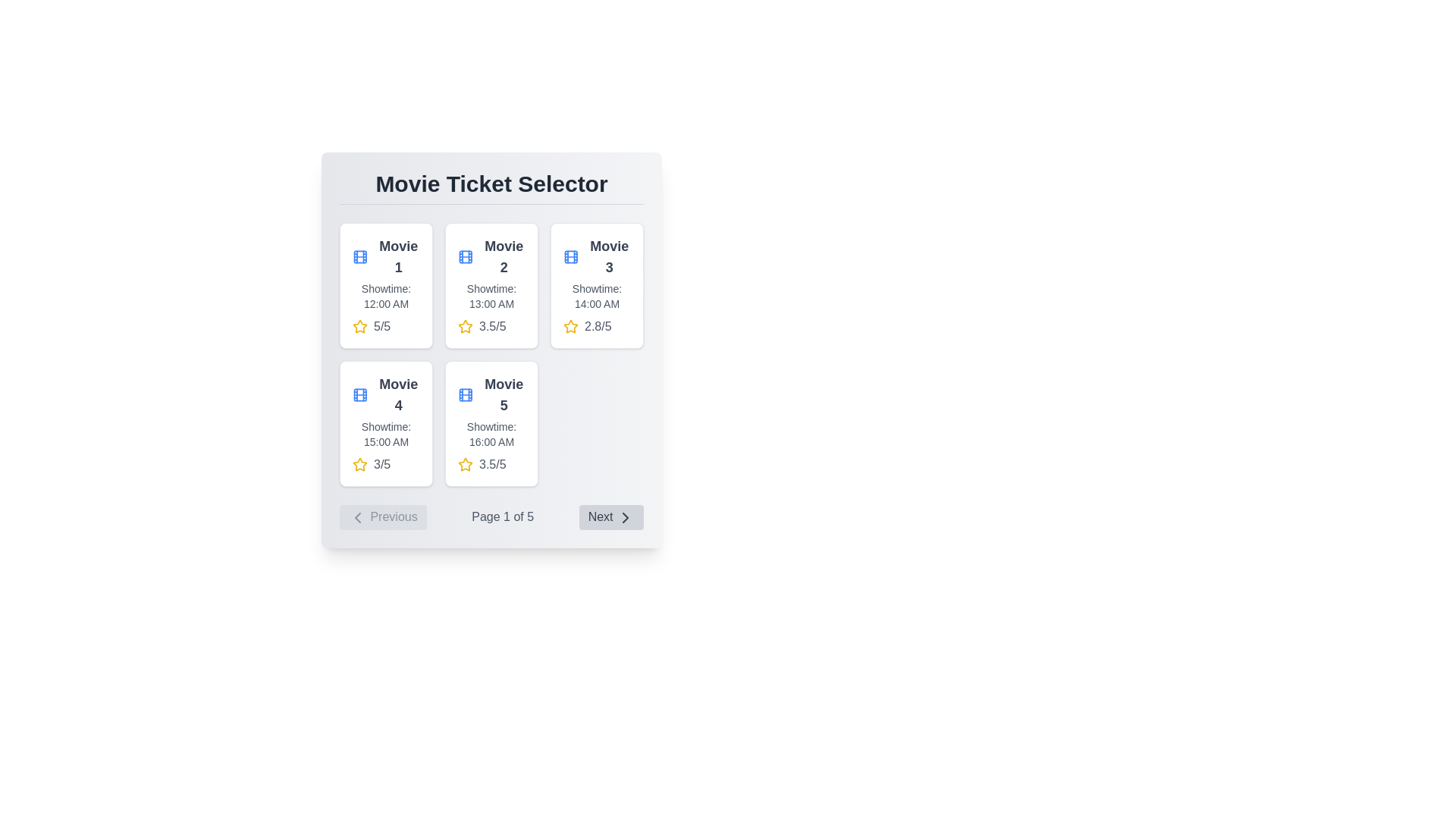  Describe the element at coordinates (465, 326) in the screenshot. I see `the star icon with a yellow border that signifies a 3.5/5 rating in the 'Movie 2' card` at that location.